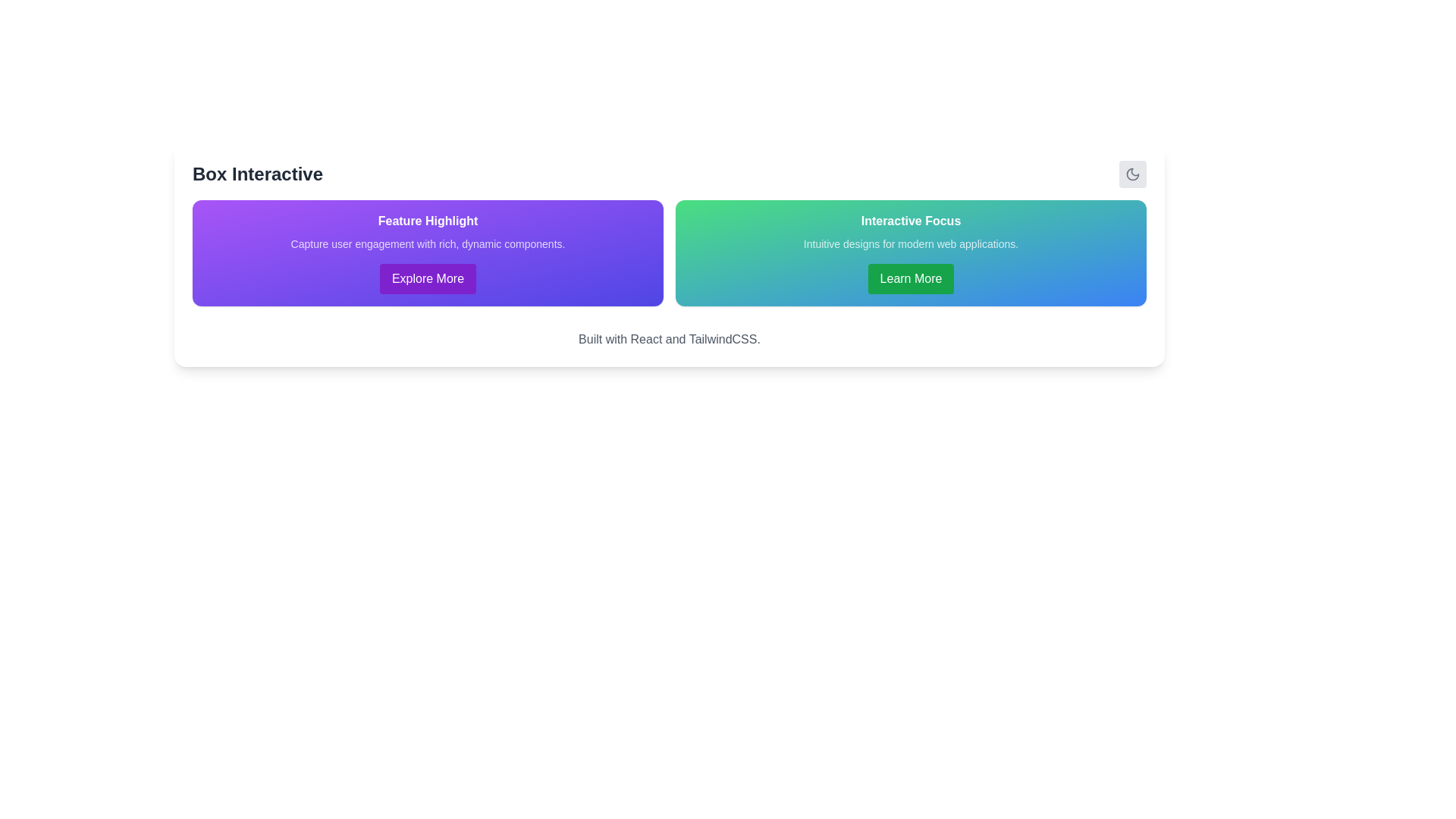  What do you see at coordinates (1132, 174) in the screenshot?
I see `the moon icon located in the top-right corner of the main interactive layout card, which serves as a visual cue for night or dark mode settings` at bounding box center [1132, 174].